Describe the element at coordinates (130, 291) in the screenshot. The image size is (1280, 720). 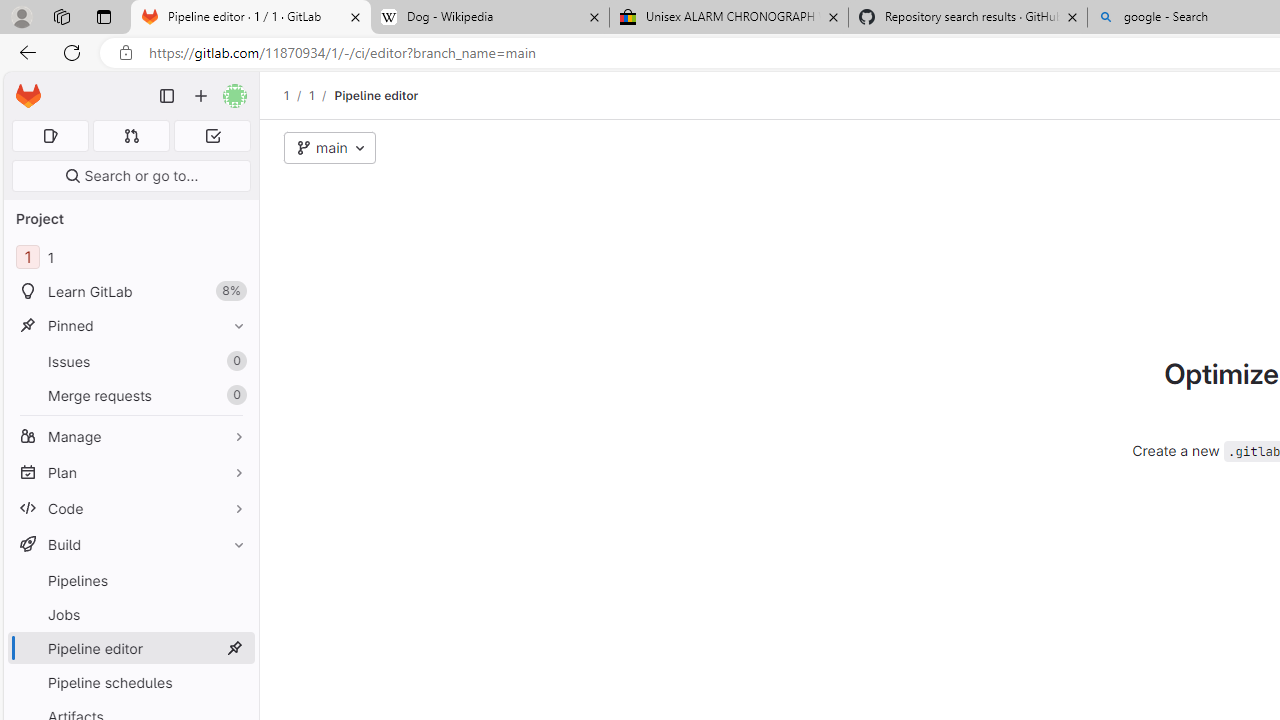
I see `'Learn GitLab 8%'` at that location.